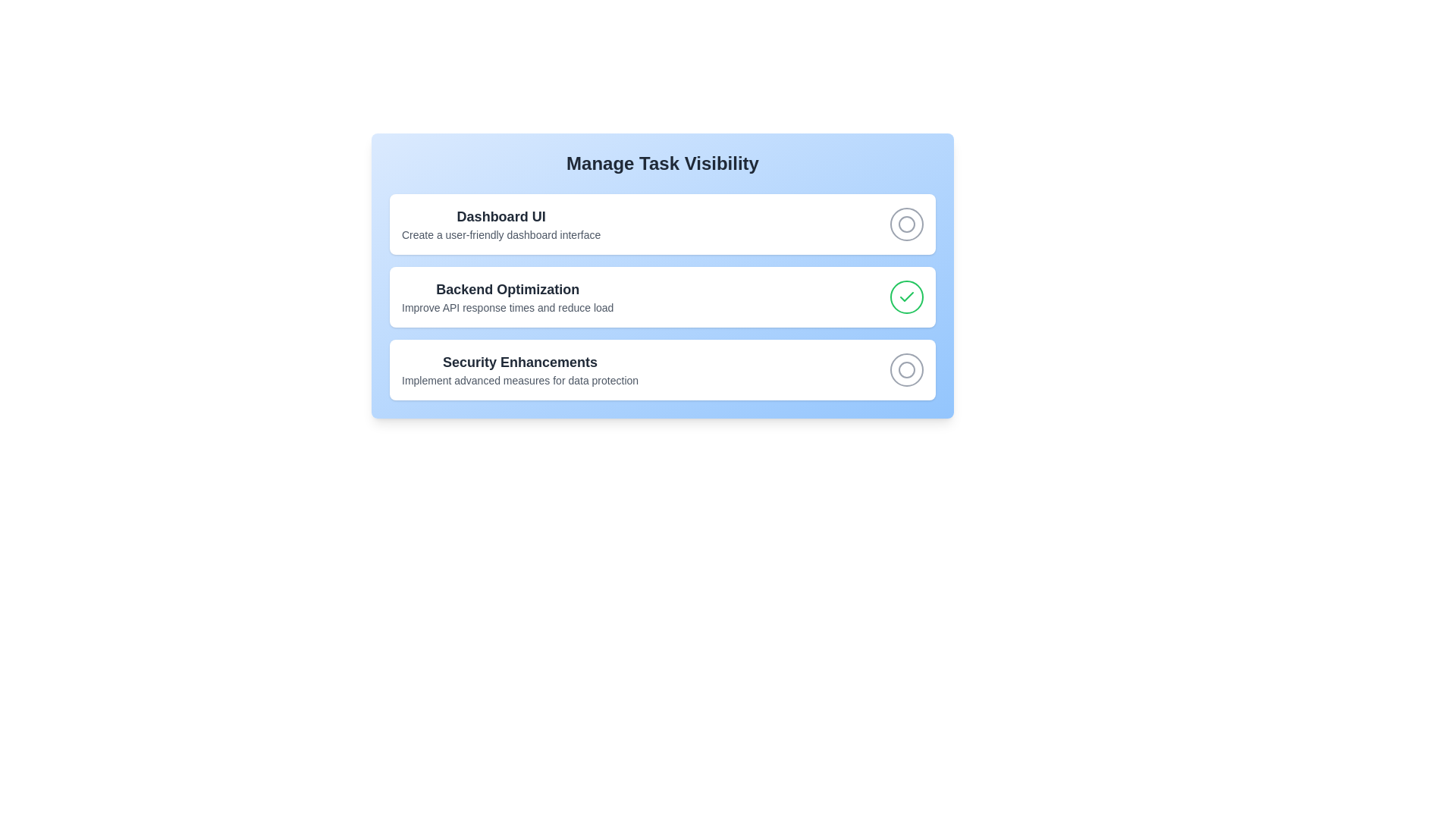 This screenshot has height=819, width=1456. What do you see at coordinates (520, 379) in the screenshot?
I see `the static text element that reads 'Implement advanced measures for data protection', which is styled with a small gray font and is located below the bold 'Security Enhancements' title` at bounding box center [520, 379].